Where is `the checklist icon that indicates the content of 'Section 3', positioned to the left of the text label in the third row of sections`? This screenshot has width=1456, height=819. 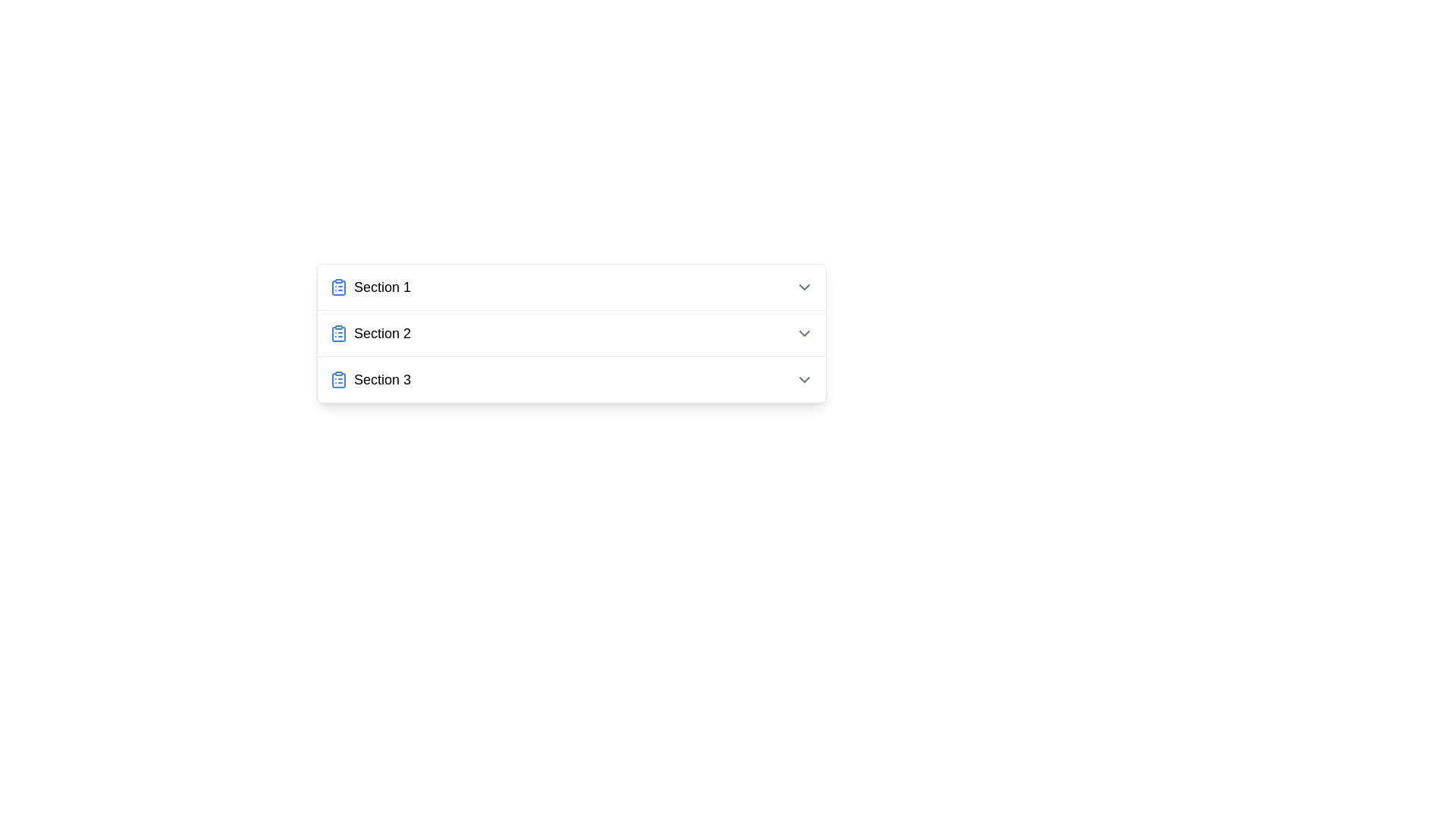
the checklist icon that indicates the content of 'Section 3', positioned to the left of the text label in the third row of sections is located at coordinates (337, 379).